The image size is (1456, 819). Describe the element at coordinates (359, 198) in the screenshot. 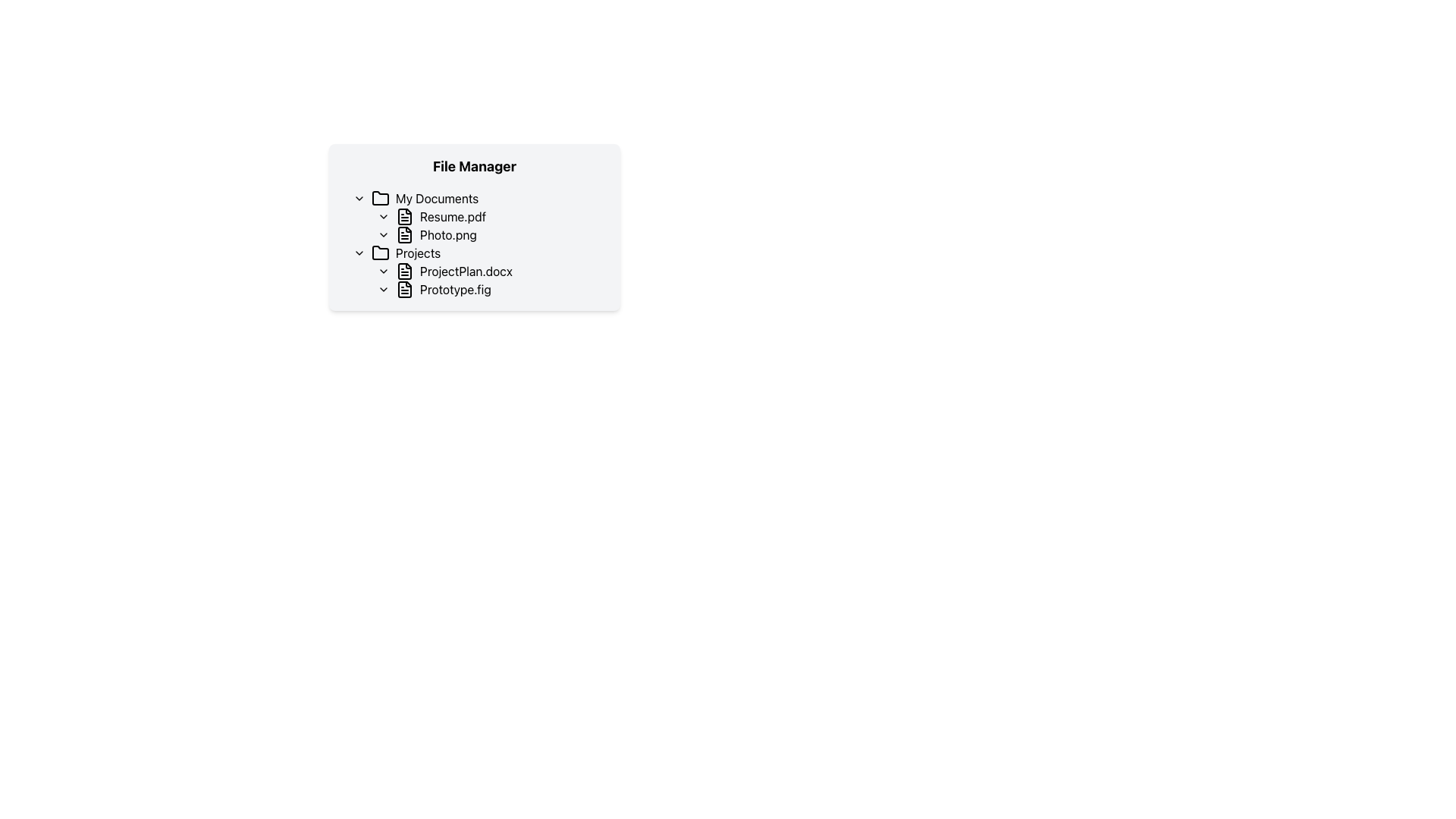

I see `the right-facing chevron arrow icon located to the left of the 'My Documents' text` at that location.